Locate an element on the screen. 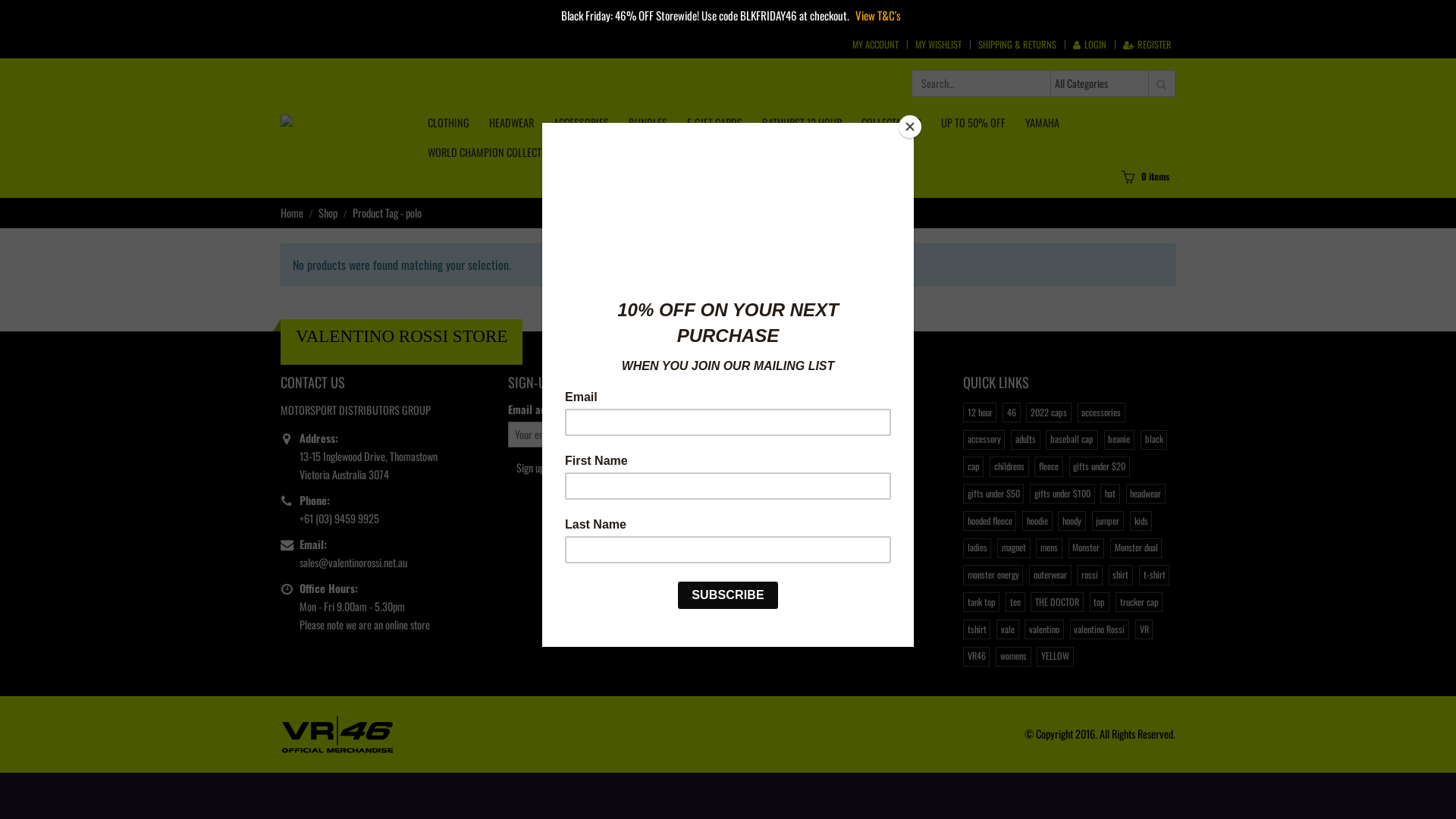  'rossi' is located at coordinates (1088, 575).